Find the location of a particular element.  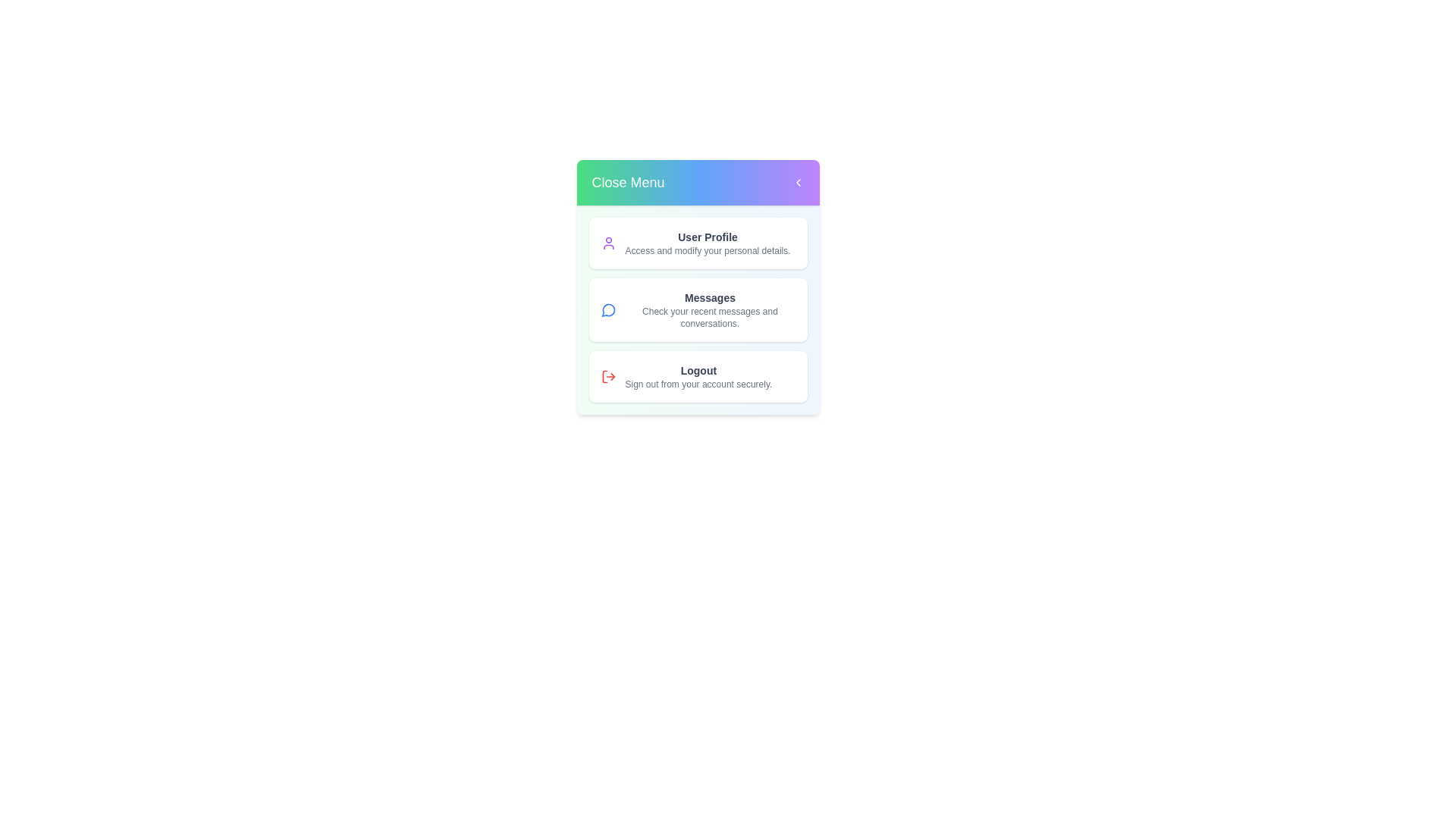

the menu option Messages by clicking on it is located at coordinates (697, 309).